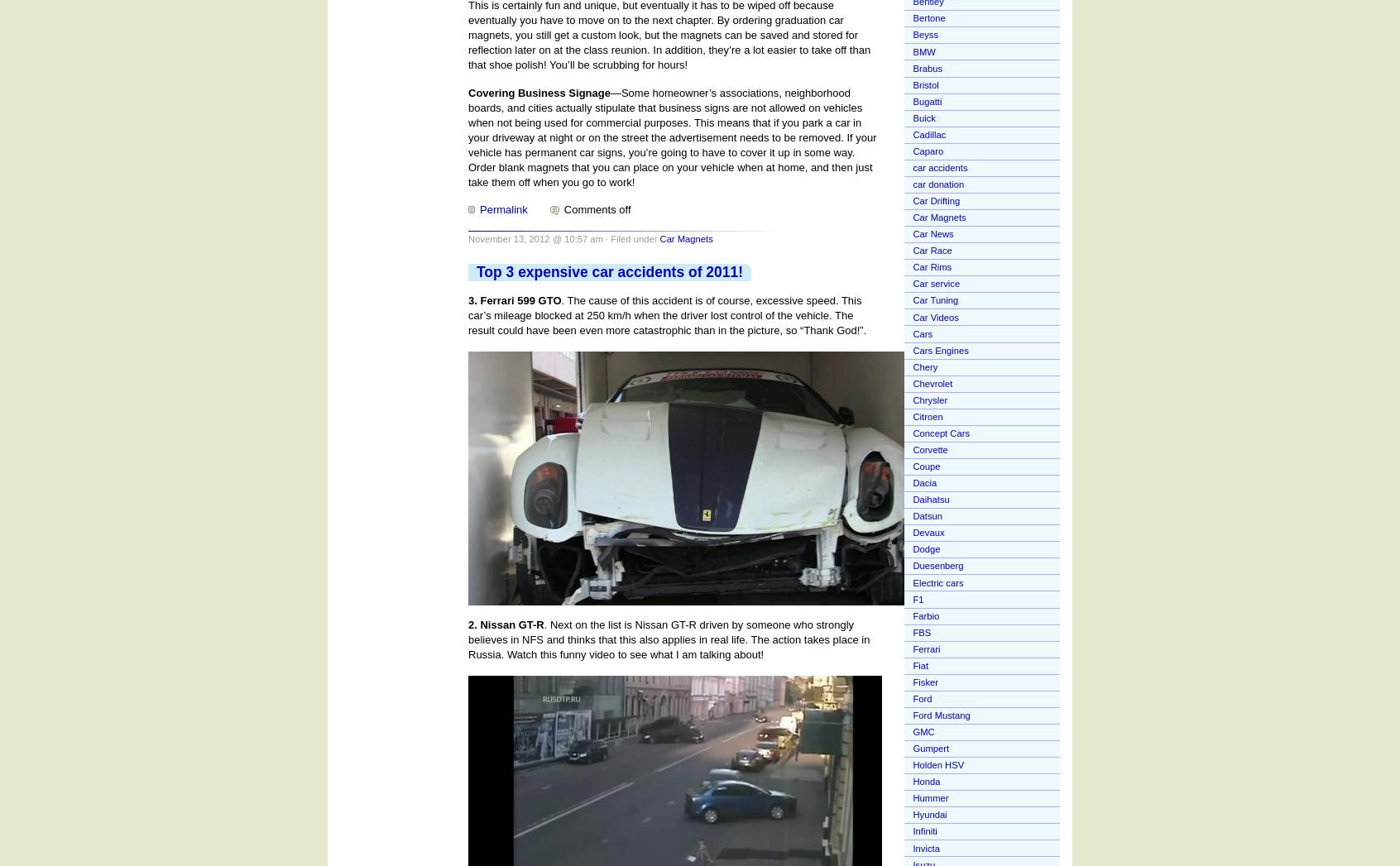 This screenshot has height=866, width=1400. I want to click on 'Gumpert', so click(913, 749).